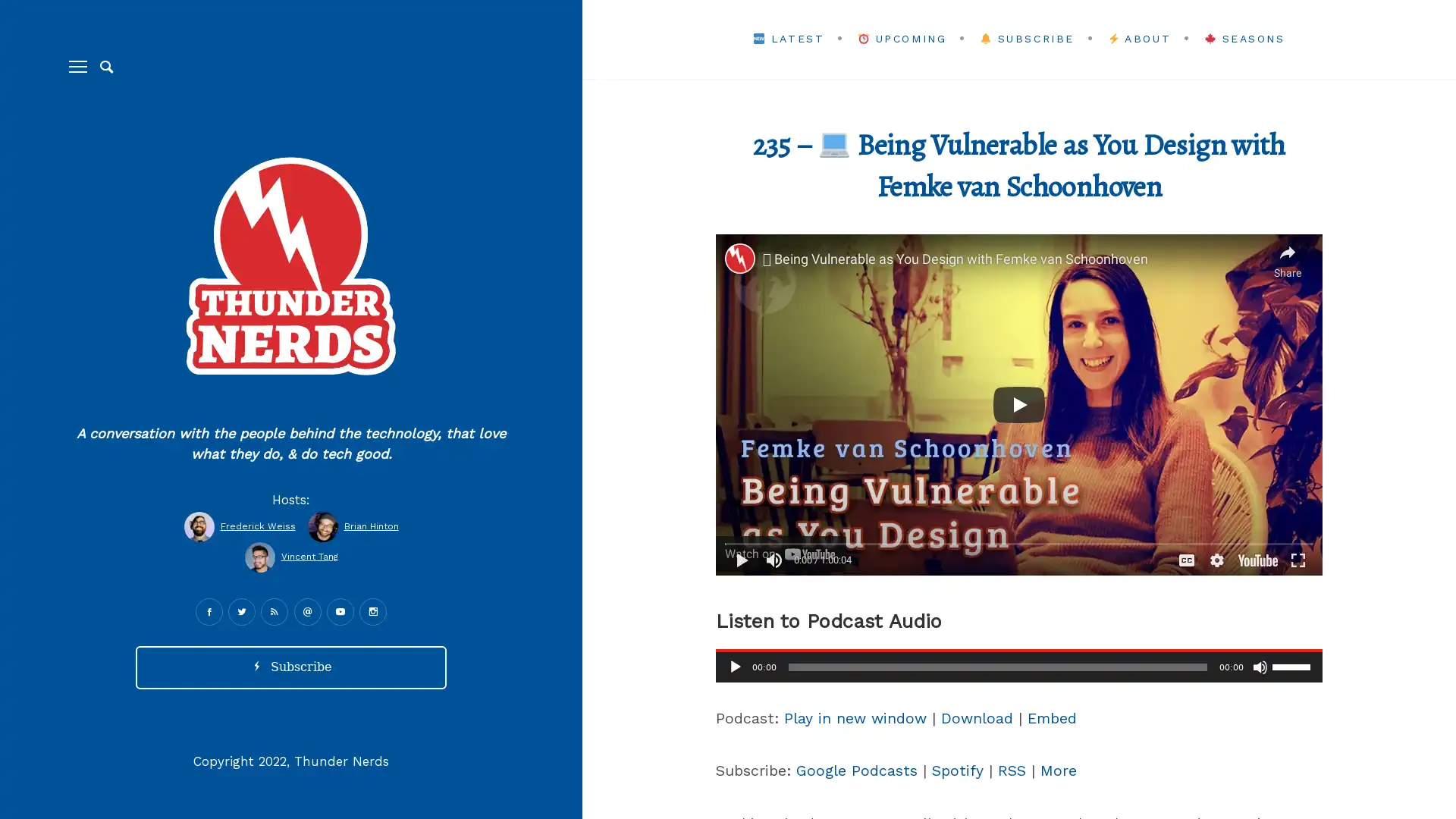  I want to click on Mute, so click(1260, 666).